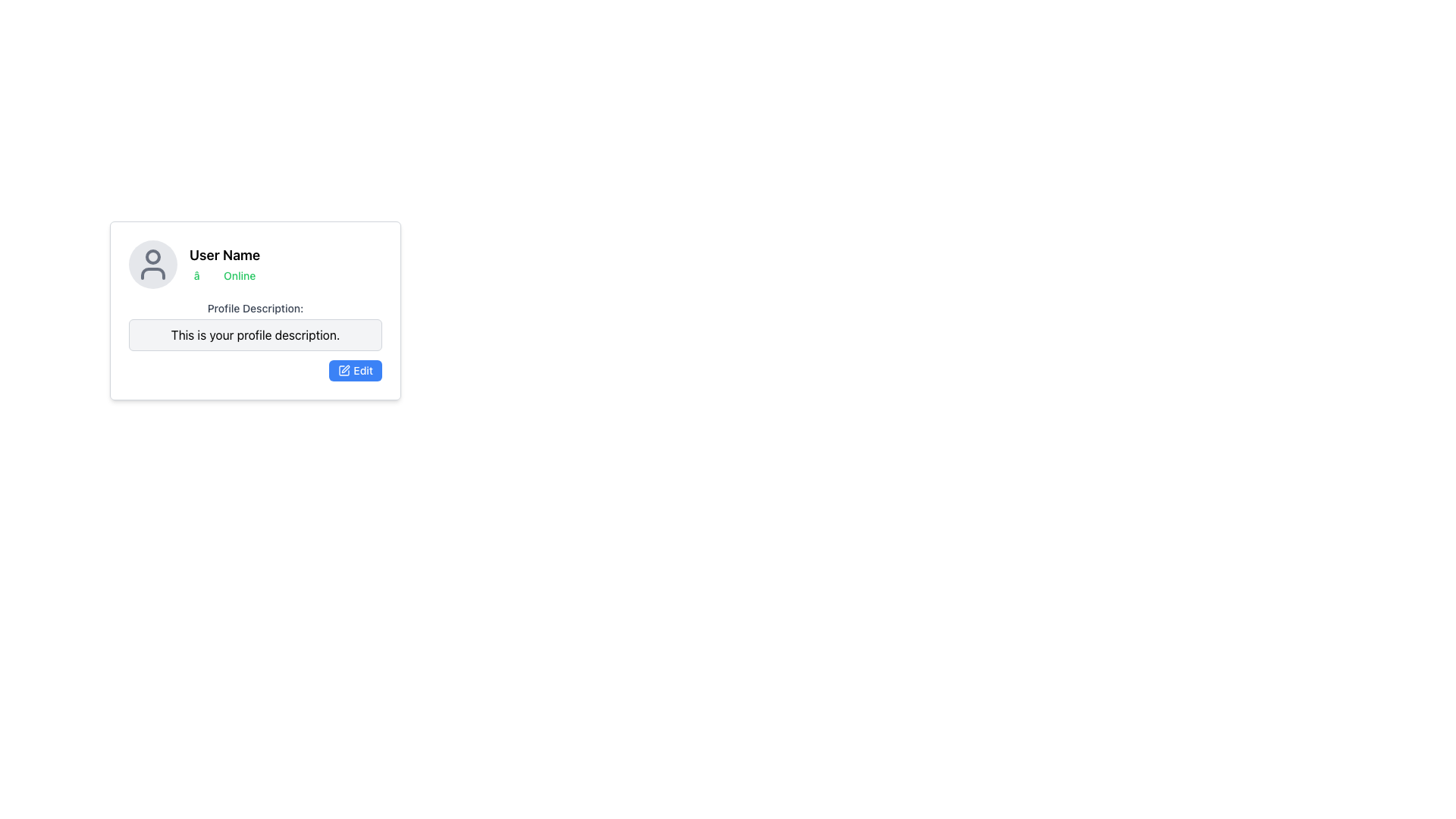  I want to click on the 'Edit' button icon located at the lower right corner of the profile description card, which triggers the edit functionality, so click(344, 371).